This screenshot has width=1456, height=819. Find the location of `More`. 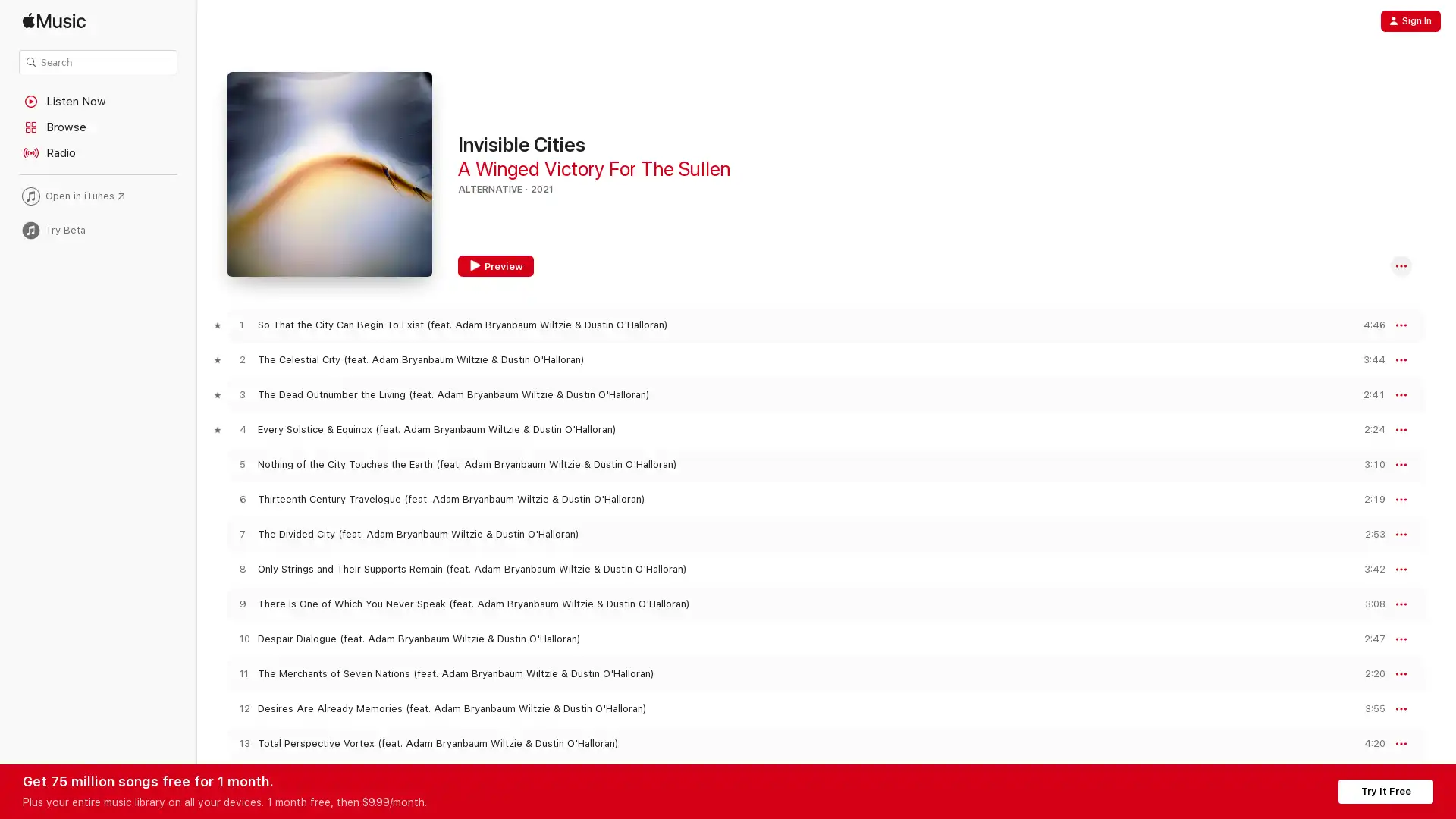

More is located at coordinates (1401, 324).